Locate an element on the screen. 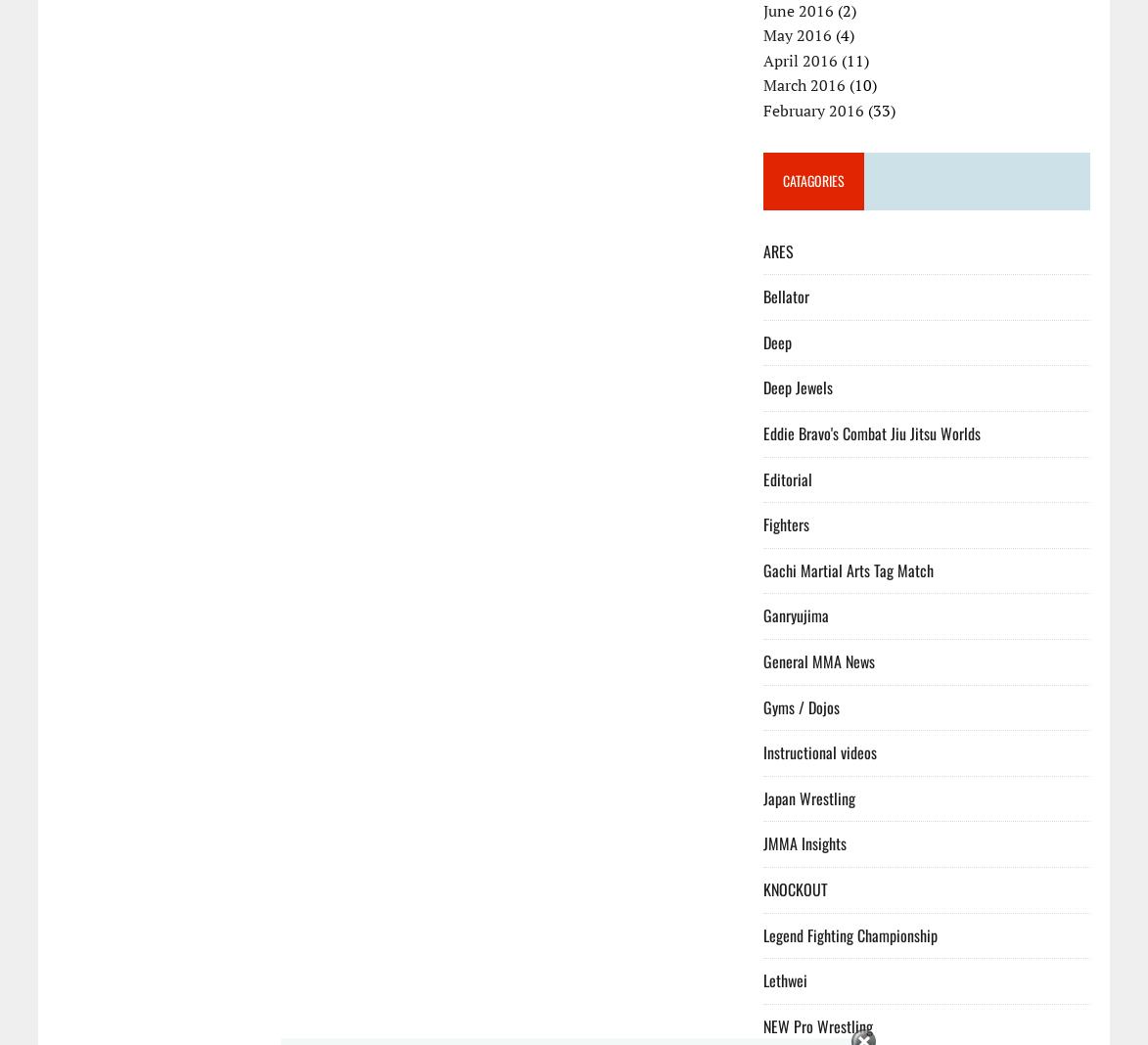  'Eddie Bravo's Combat Jiu Jitsu Worlds' is located at coordinates (872, 433).